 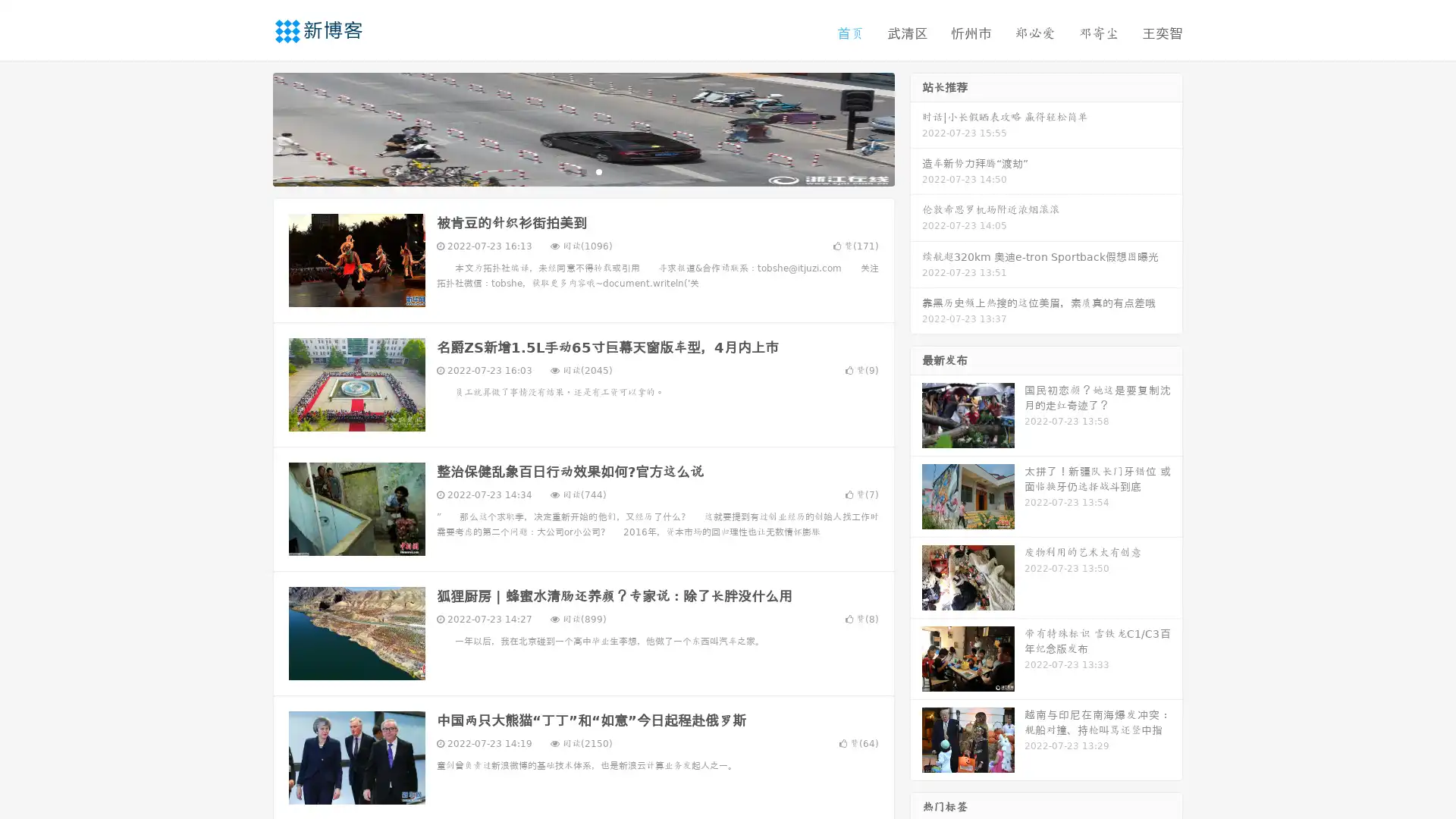 I want to click on Go to slide 3, so click(x=598, y=171).